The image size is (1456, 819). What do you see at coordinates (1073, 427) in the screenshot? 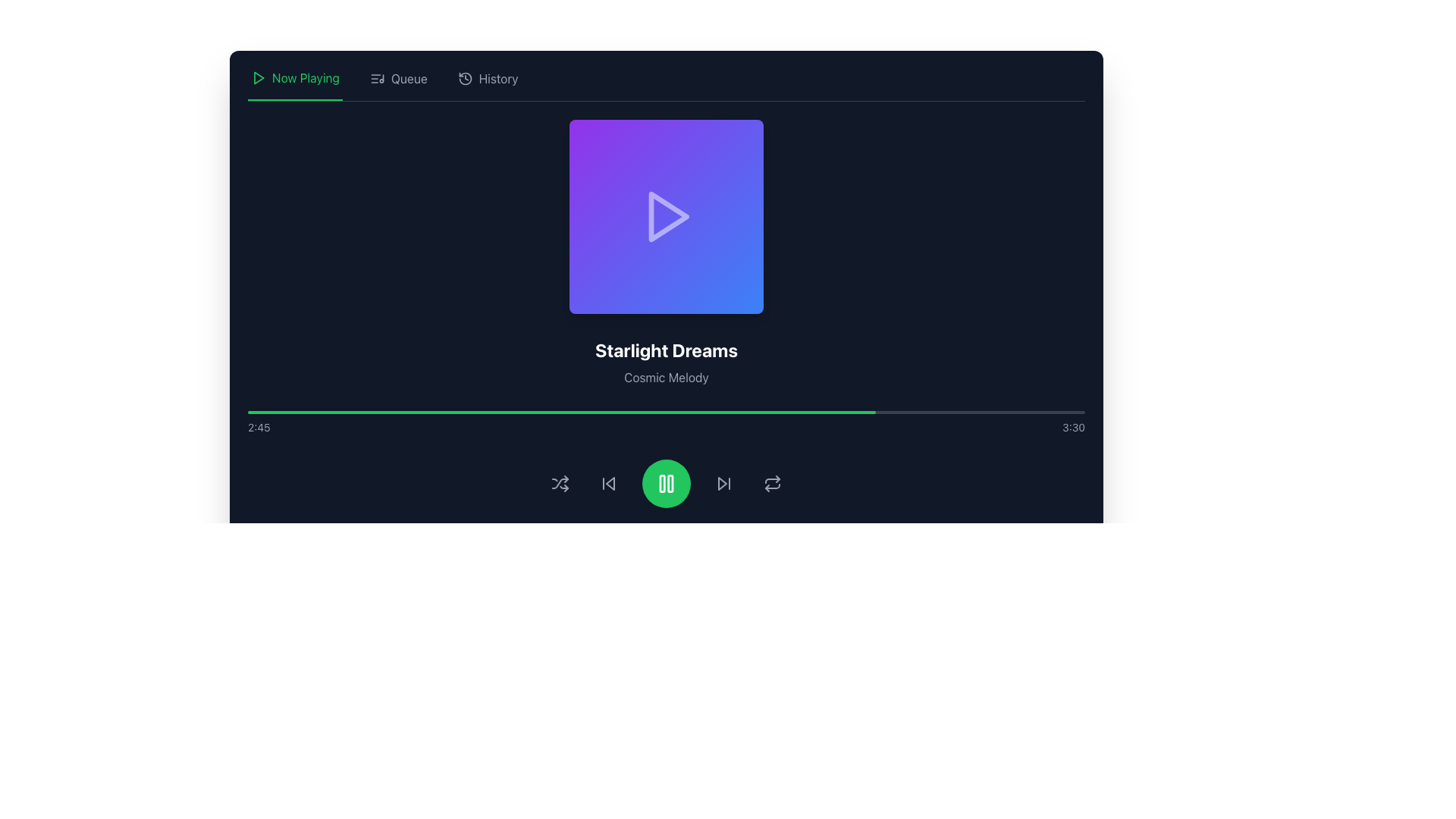
I see `the content of the Text Display that shows the total duration of the audio or video track, which is positioned at the far right of the progress bar display area` at bounding box center [1073, 427].